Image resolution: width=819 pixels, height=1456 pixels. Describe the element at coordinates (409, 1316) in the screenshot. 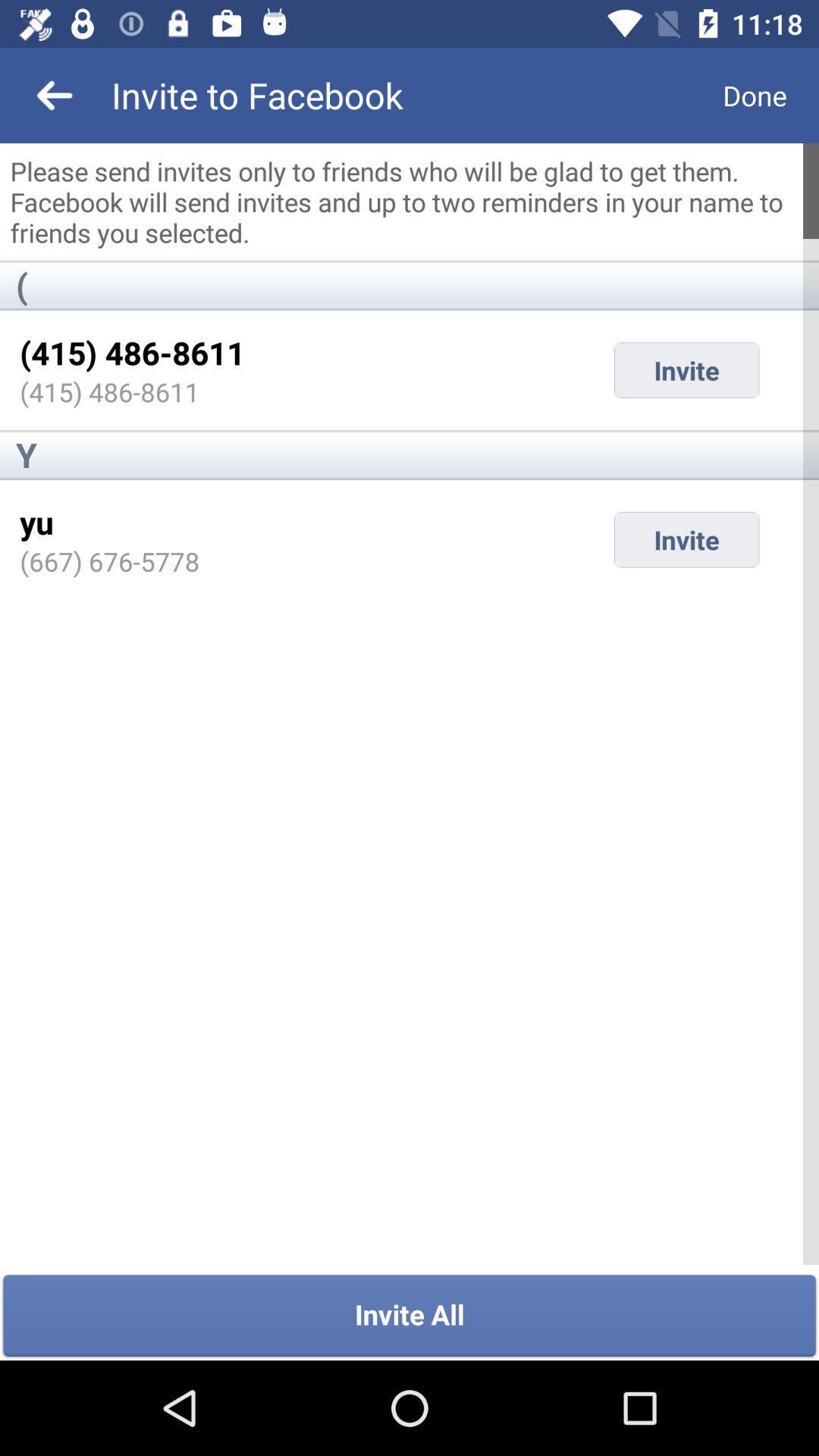

I see `invite all item` at that location.